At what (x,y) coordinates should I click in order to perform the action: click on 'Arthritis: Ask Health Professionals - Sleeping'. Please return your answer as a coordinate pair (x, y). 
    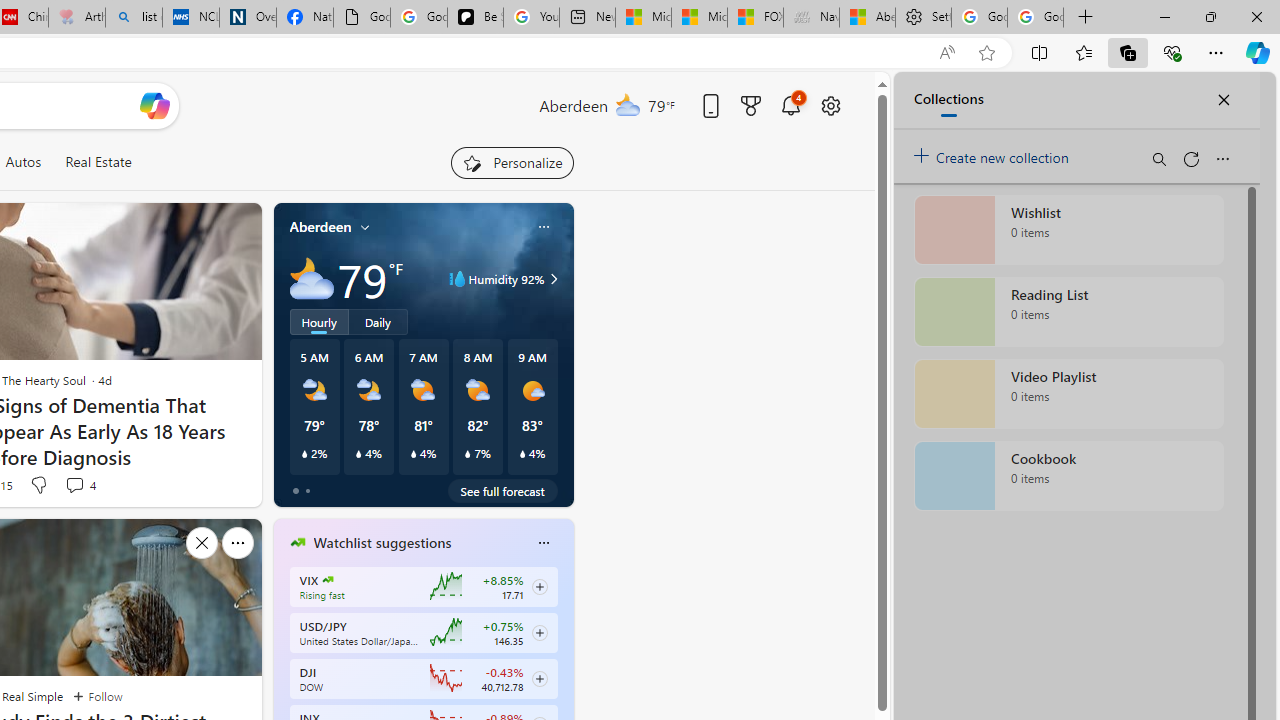
    Looking at the image, I should click on (76, 17).